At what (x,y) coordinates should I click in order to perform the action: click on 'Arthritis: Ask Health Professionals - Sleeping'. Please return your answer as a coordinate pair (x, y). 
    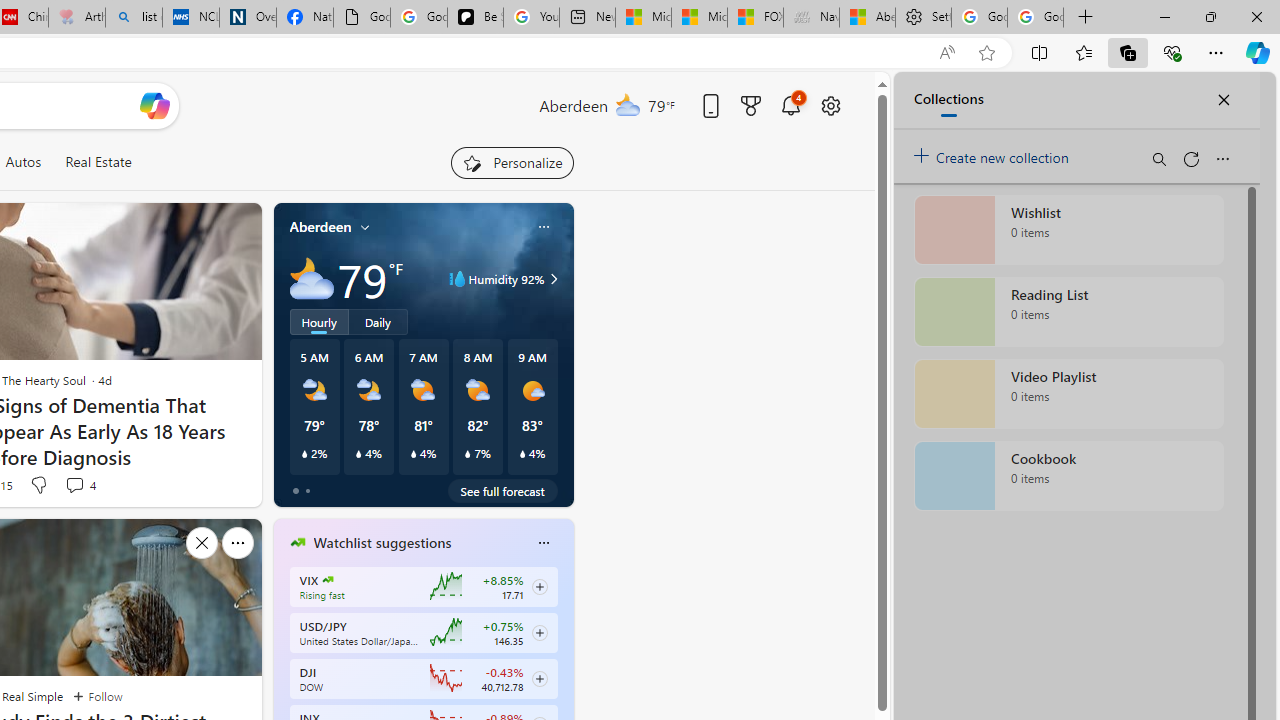
    Looking at the image, I should click on (76, 17).